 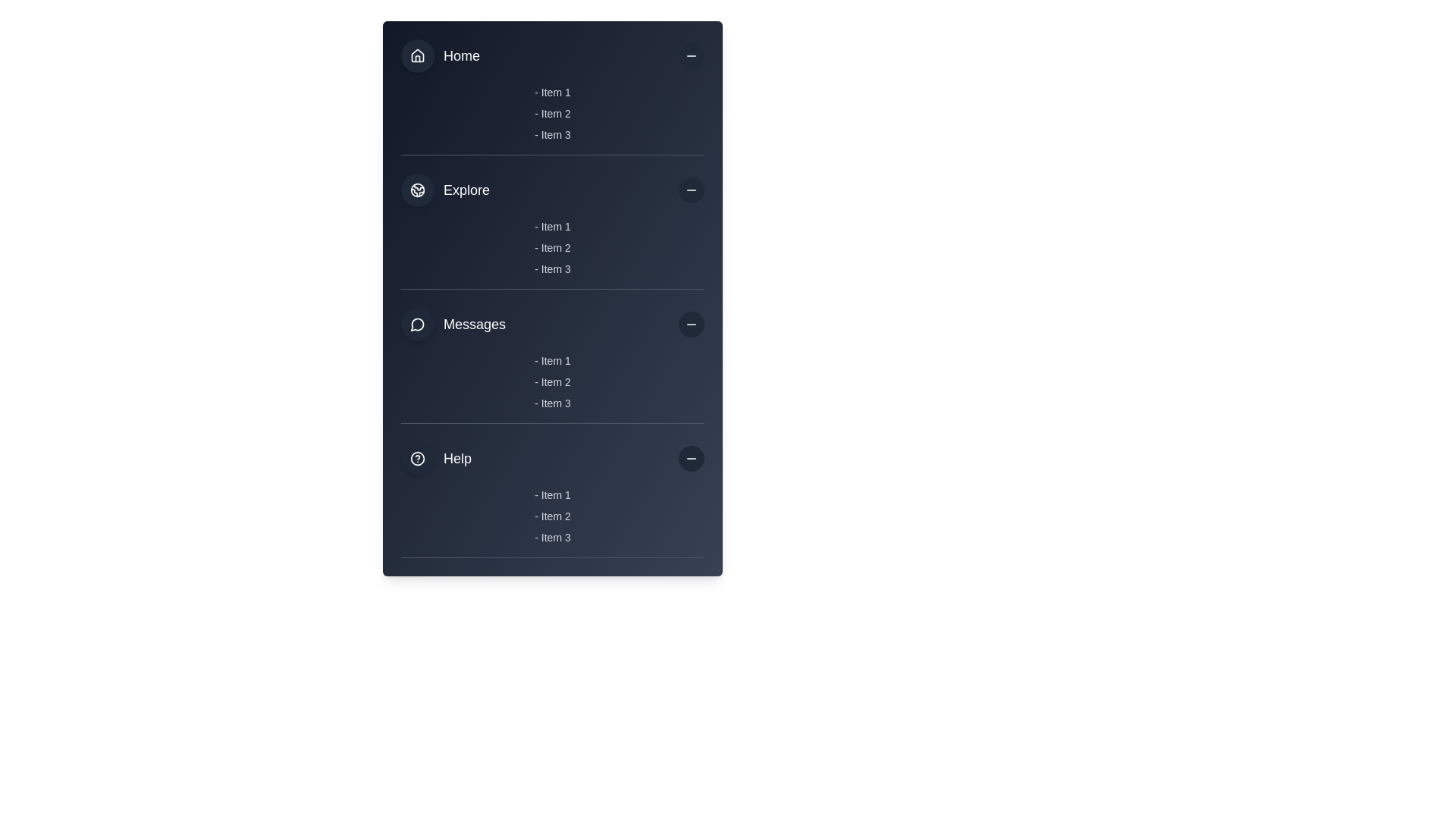 I want to click on the minus icon within the circular button at the top-right corner of the sidebar, so click(x=691, y=55).